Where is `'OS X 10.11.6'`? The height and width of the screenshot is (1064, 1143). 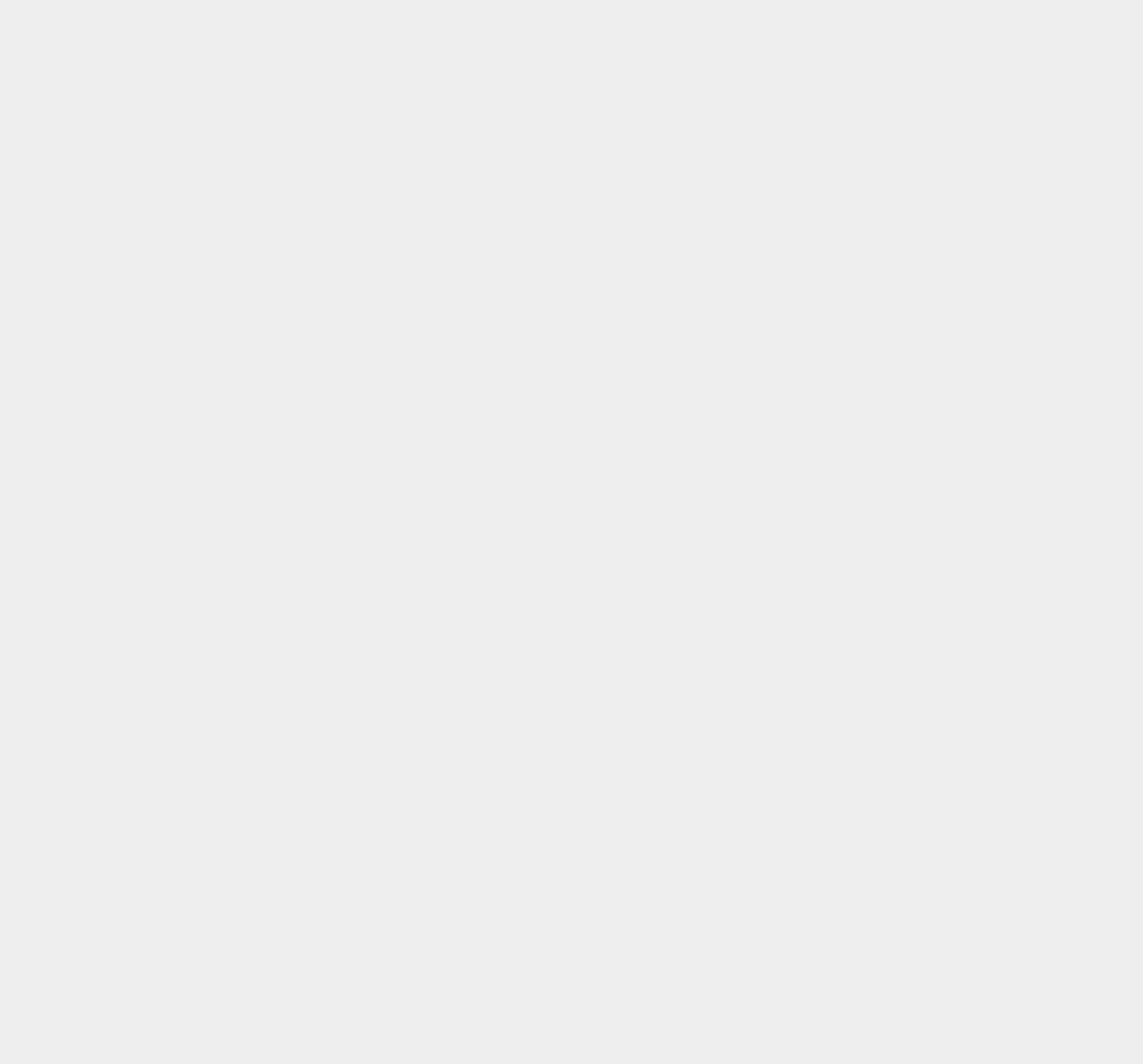 'OS X 10.11.6' is located at coordinates (847, 710).